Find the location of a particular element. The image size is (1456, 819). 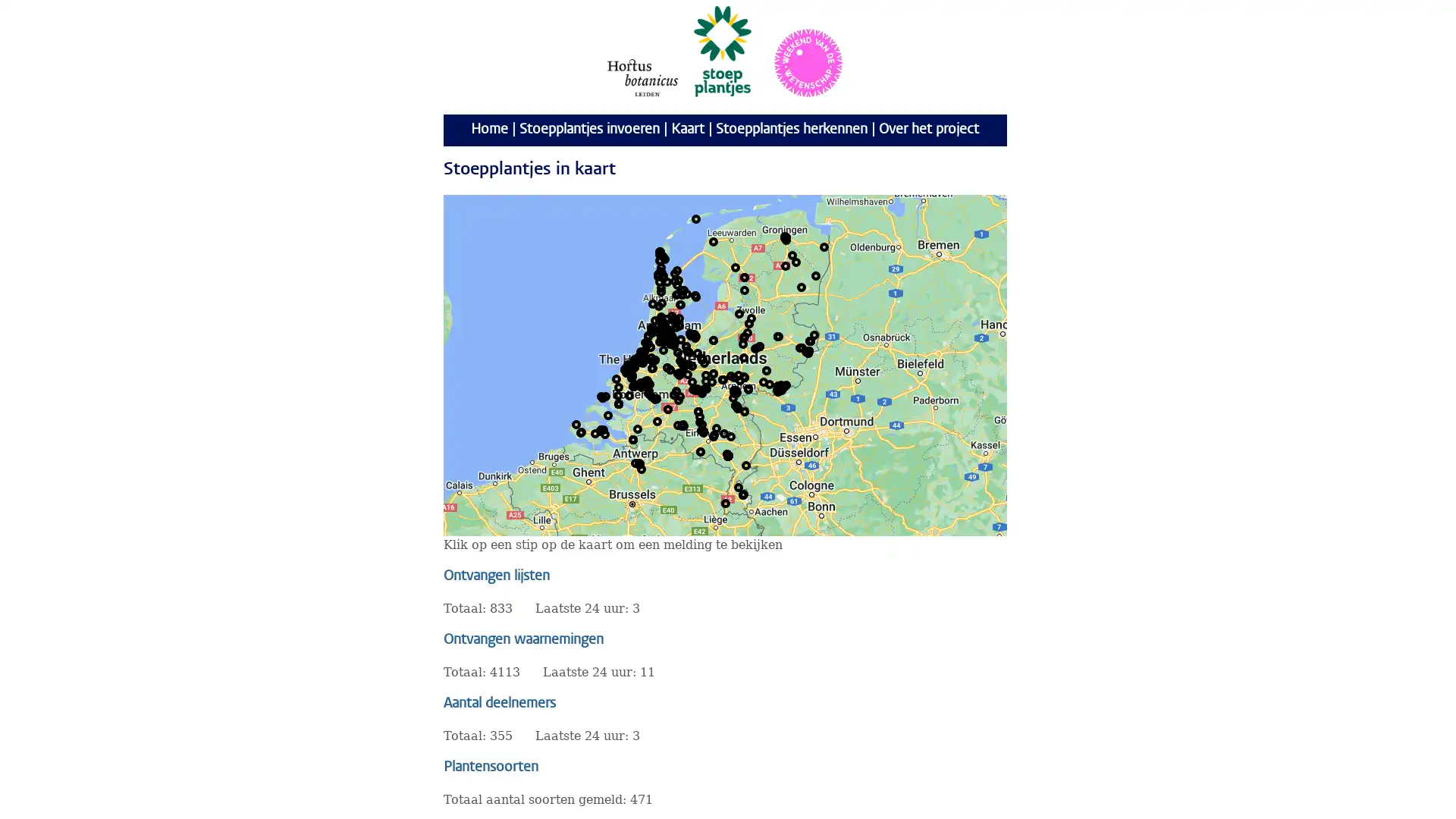

Telling van Alice op 25 juni 2022 is located at coordinates (602, 397).